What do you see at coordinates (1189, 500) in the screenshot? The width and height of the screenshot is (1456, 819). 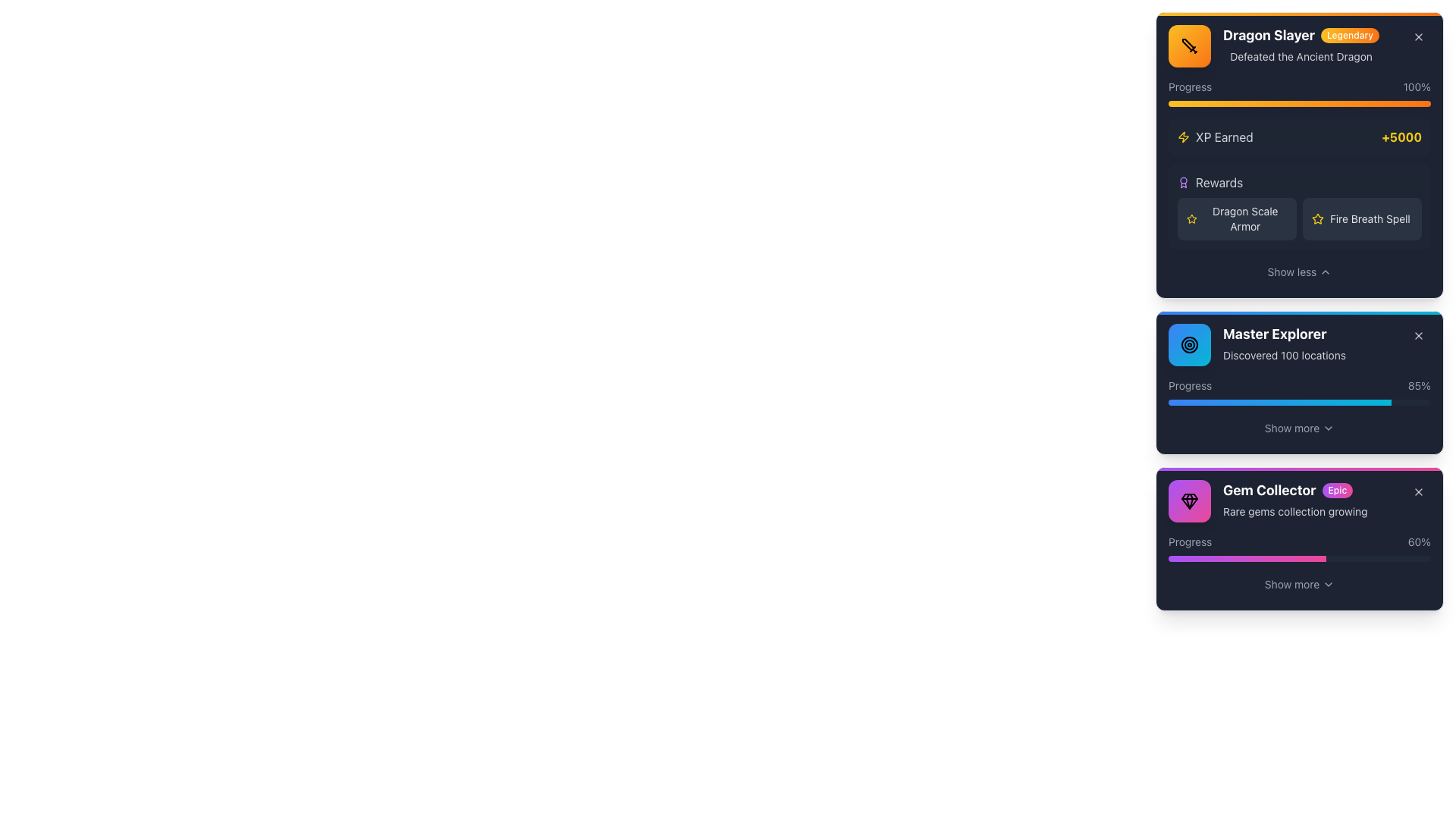 I see `the square icon with a gradient background transitioning from purple to pink, located on the left side of the 'Gem Collector' section` at bounding box center [1189, 500].